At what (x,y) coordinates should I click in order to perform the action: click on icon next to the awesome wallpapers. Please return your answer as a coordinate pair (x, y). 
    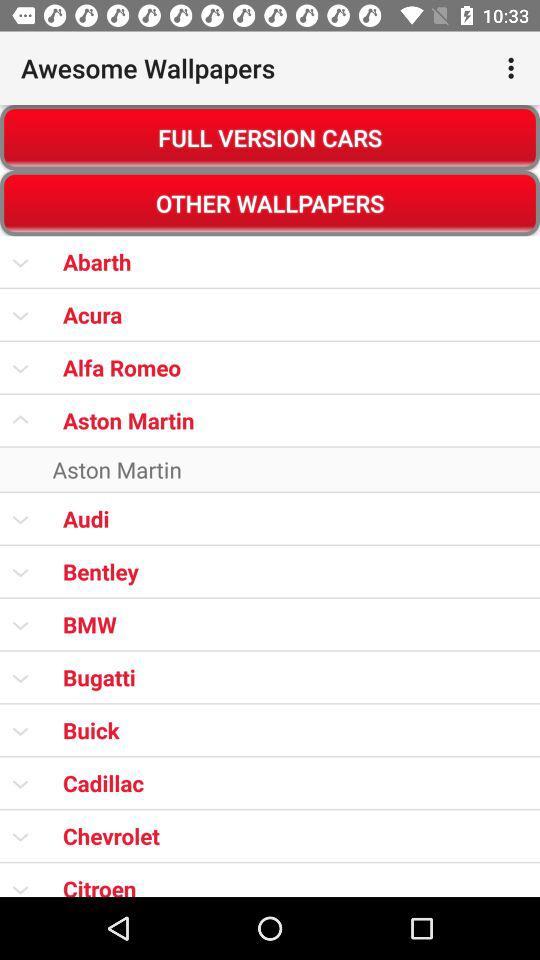
    Looking at the image, I should click on (513, 68).